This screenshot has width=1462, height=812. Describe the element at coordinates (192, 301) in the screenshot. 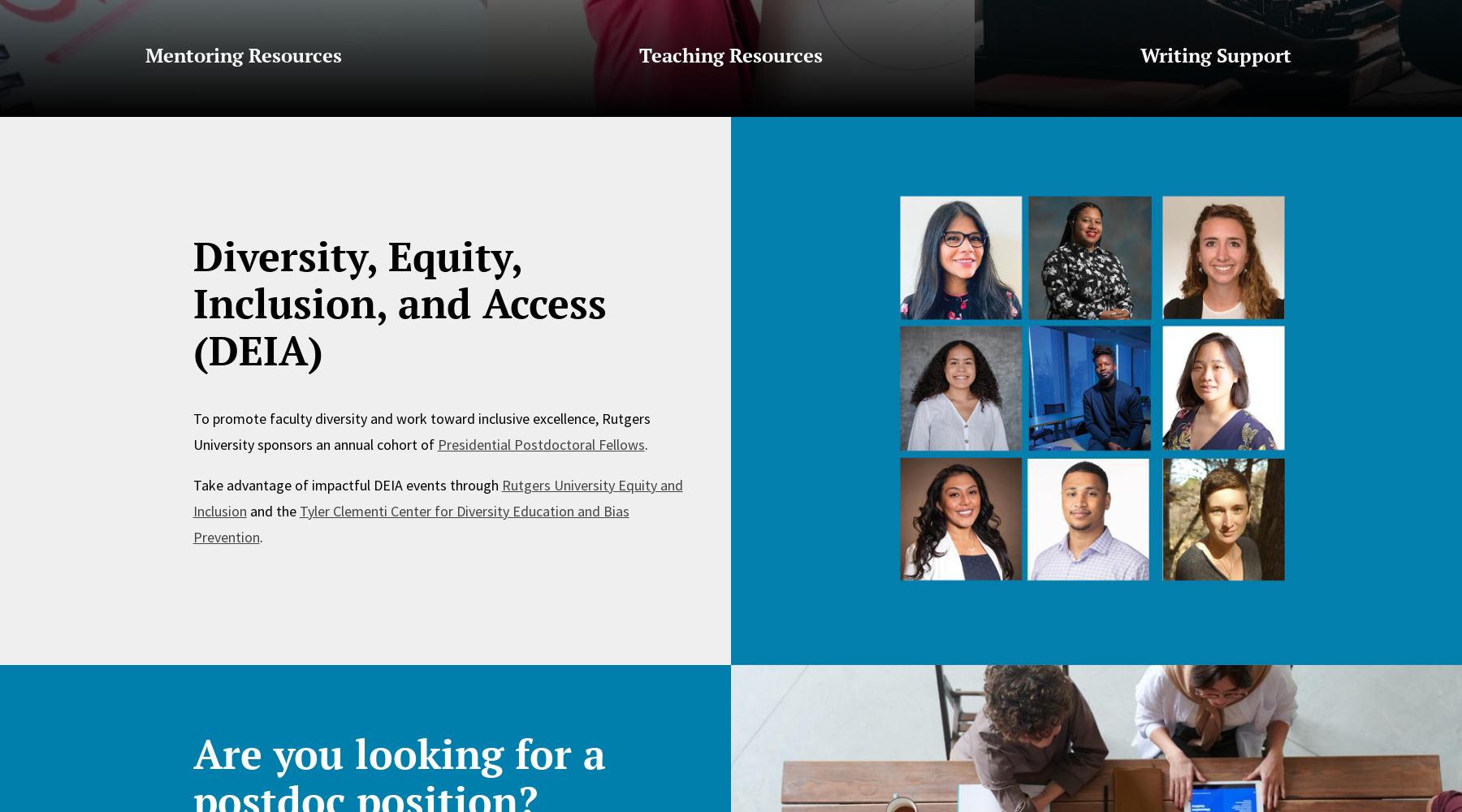

I see `'Diversity, Equity, Inclusion, and Access (DEIA)'` at that location.